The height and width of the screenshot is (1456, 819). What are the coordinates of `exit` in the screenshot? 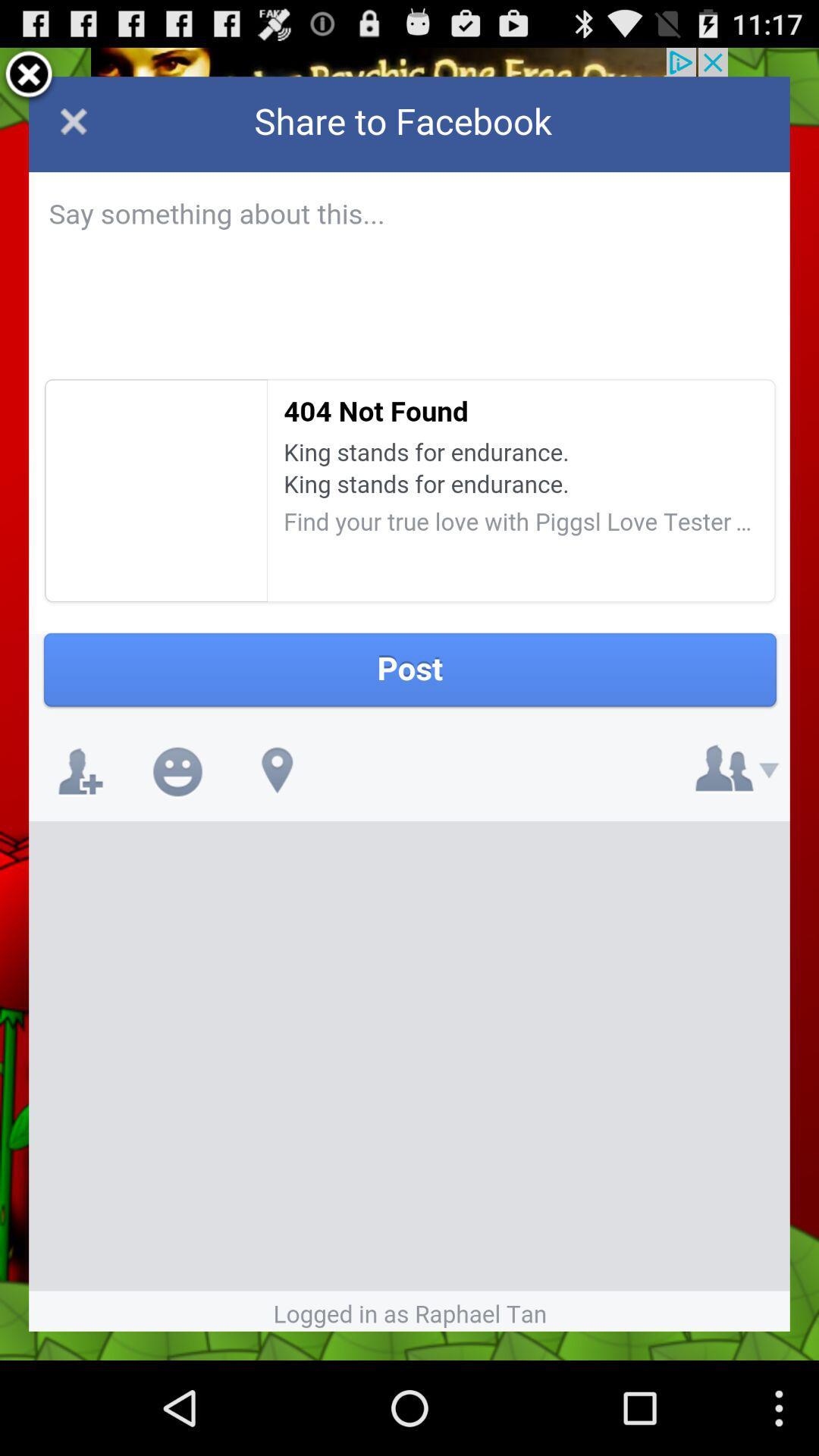 It's located at (29, 76).